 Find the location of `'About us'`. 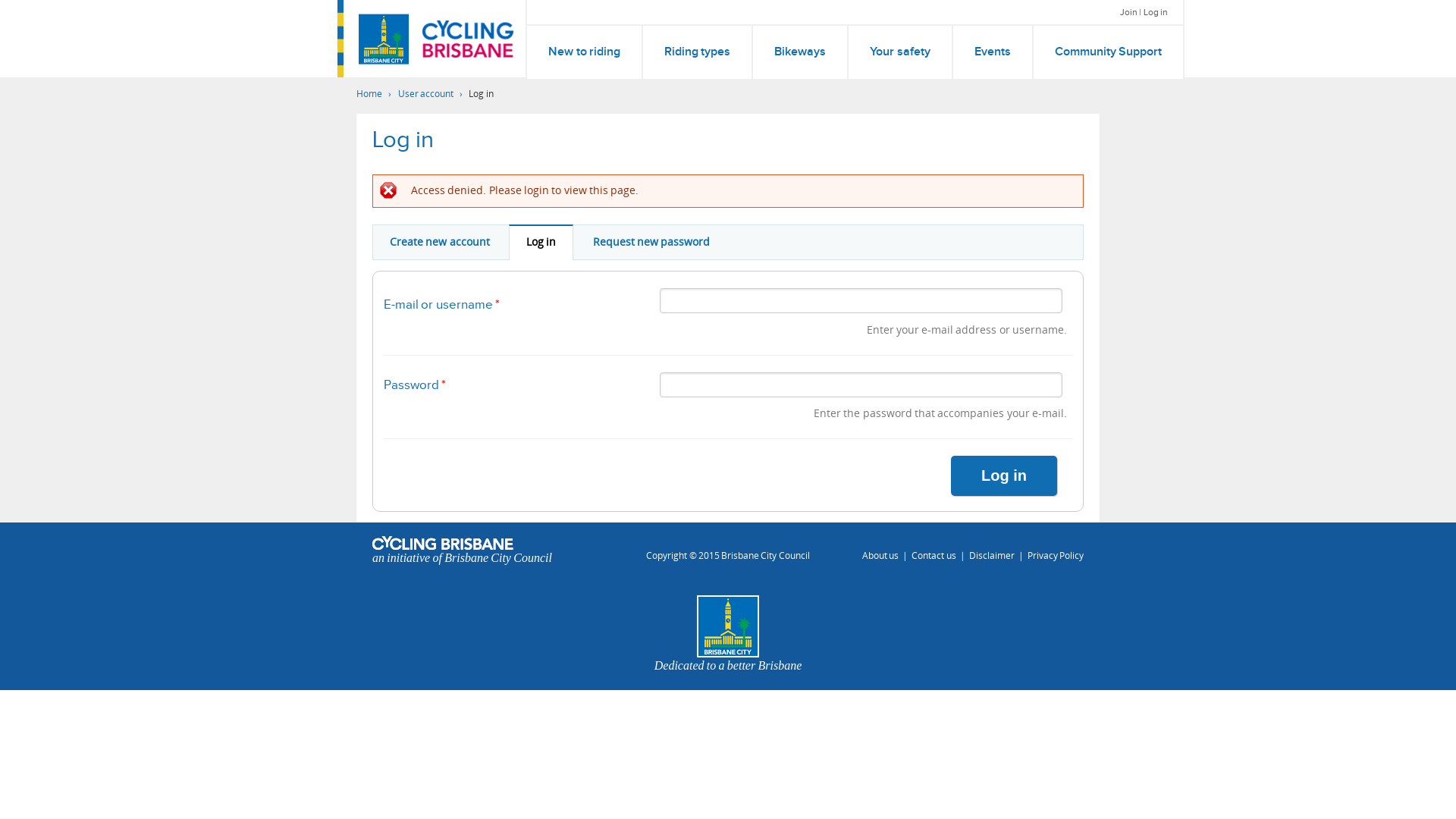

'About us' is located at coordinates (880, 555).